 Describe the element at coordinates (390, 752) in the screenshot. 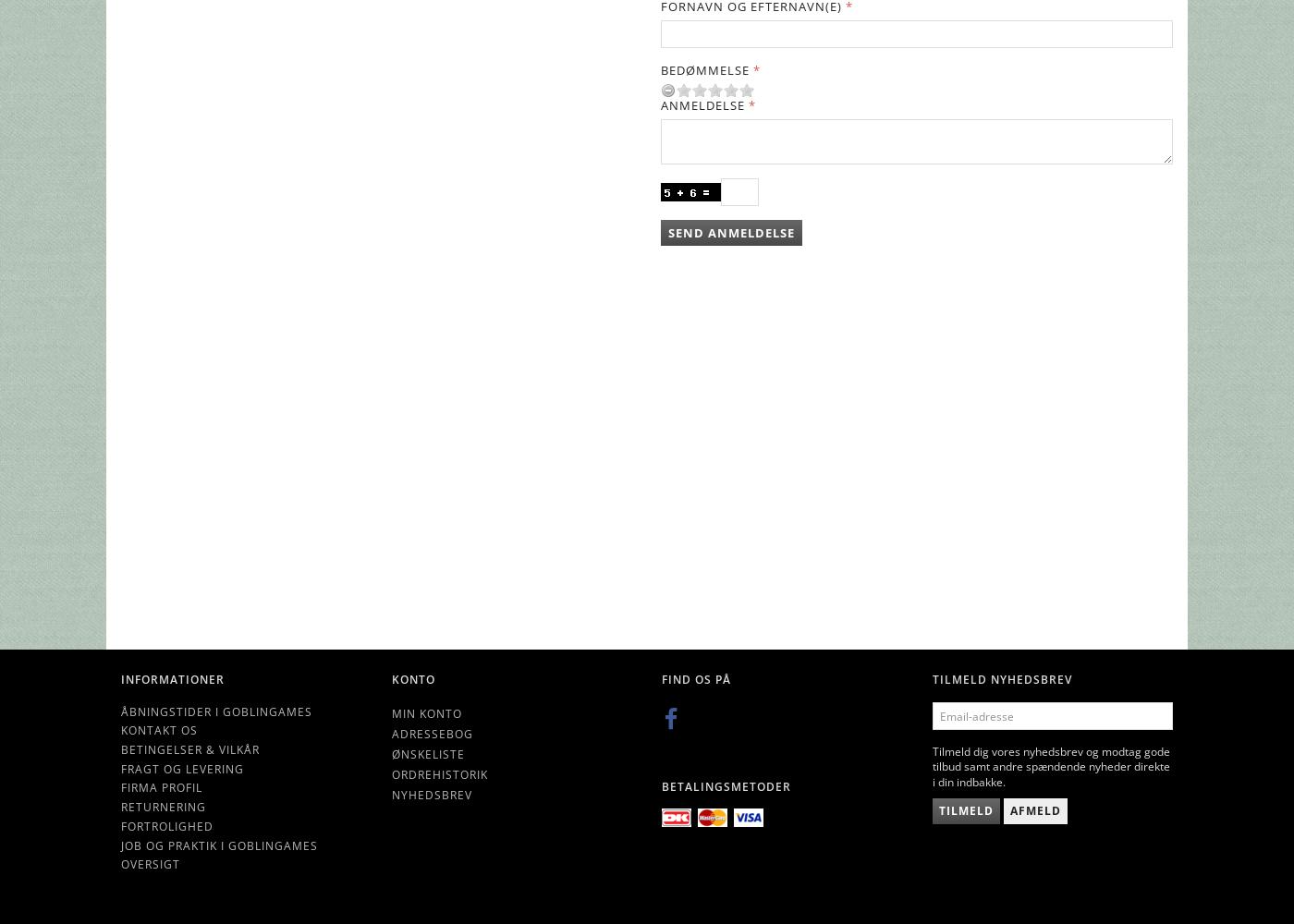

I see `'Ønskeliste'` at that location.